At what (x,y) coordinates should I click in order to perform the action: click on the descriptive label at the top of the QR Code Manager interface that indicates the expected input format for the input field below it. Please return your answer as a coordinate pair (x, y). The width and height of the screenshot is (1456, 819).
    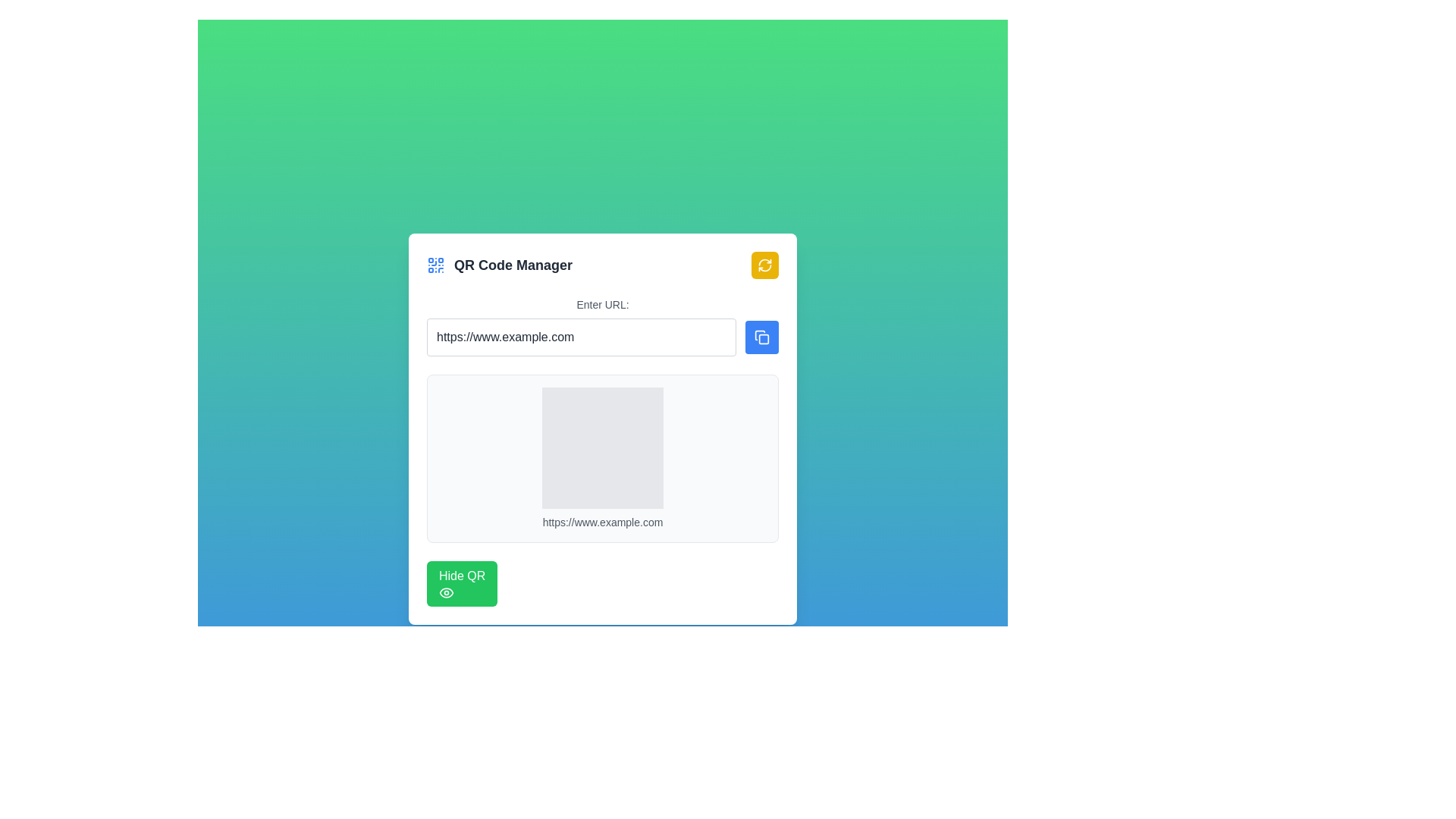
    Looking at the image, I should click on (602, 304).